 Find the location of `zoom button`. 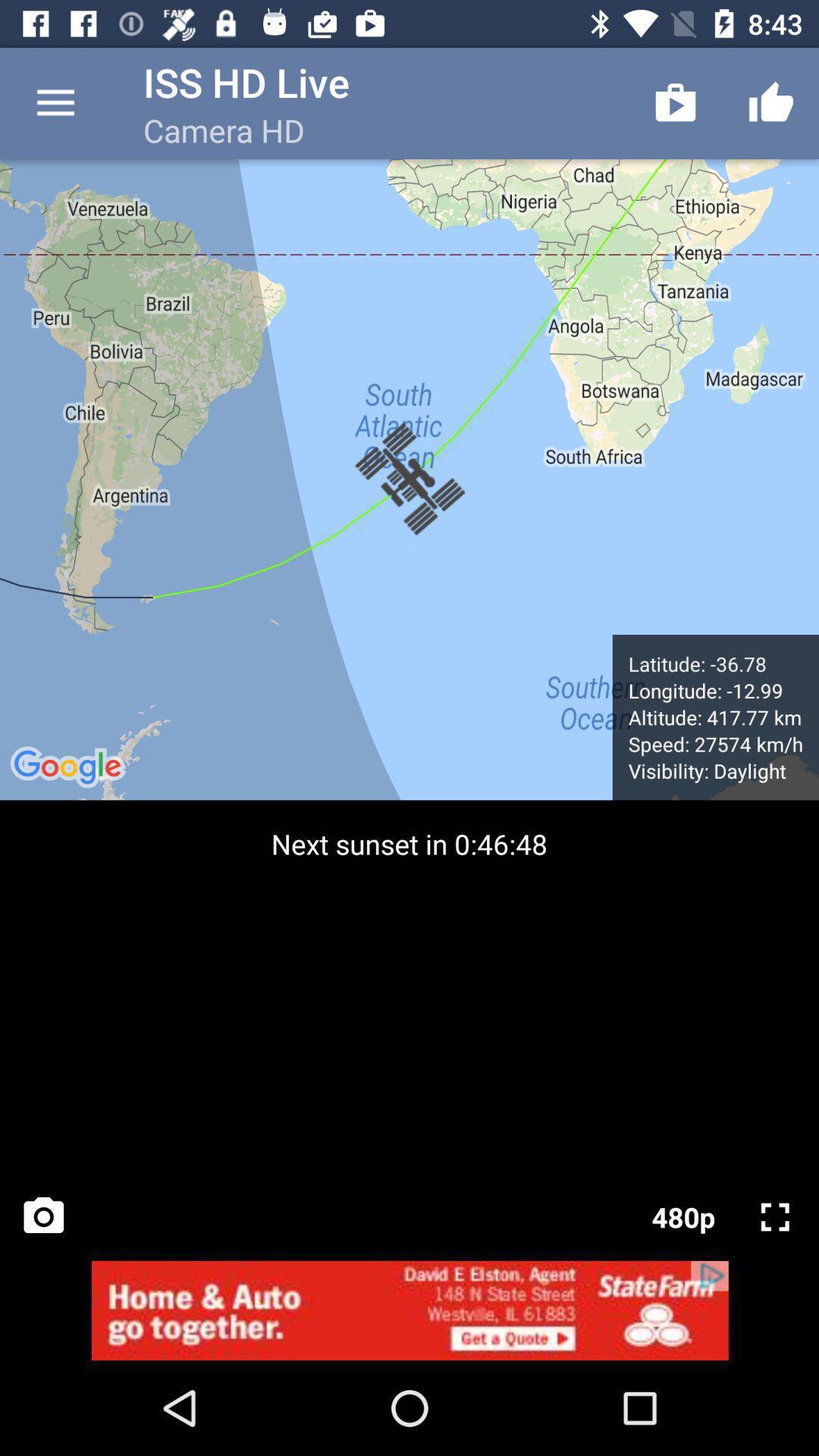

zoom button is located at coordinates (775, 1216).